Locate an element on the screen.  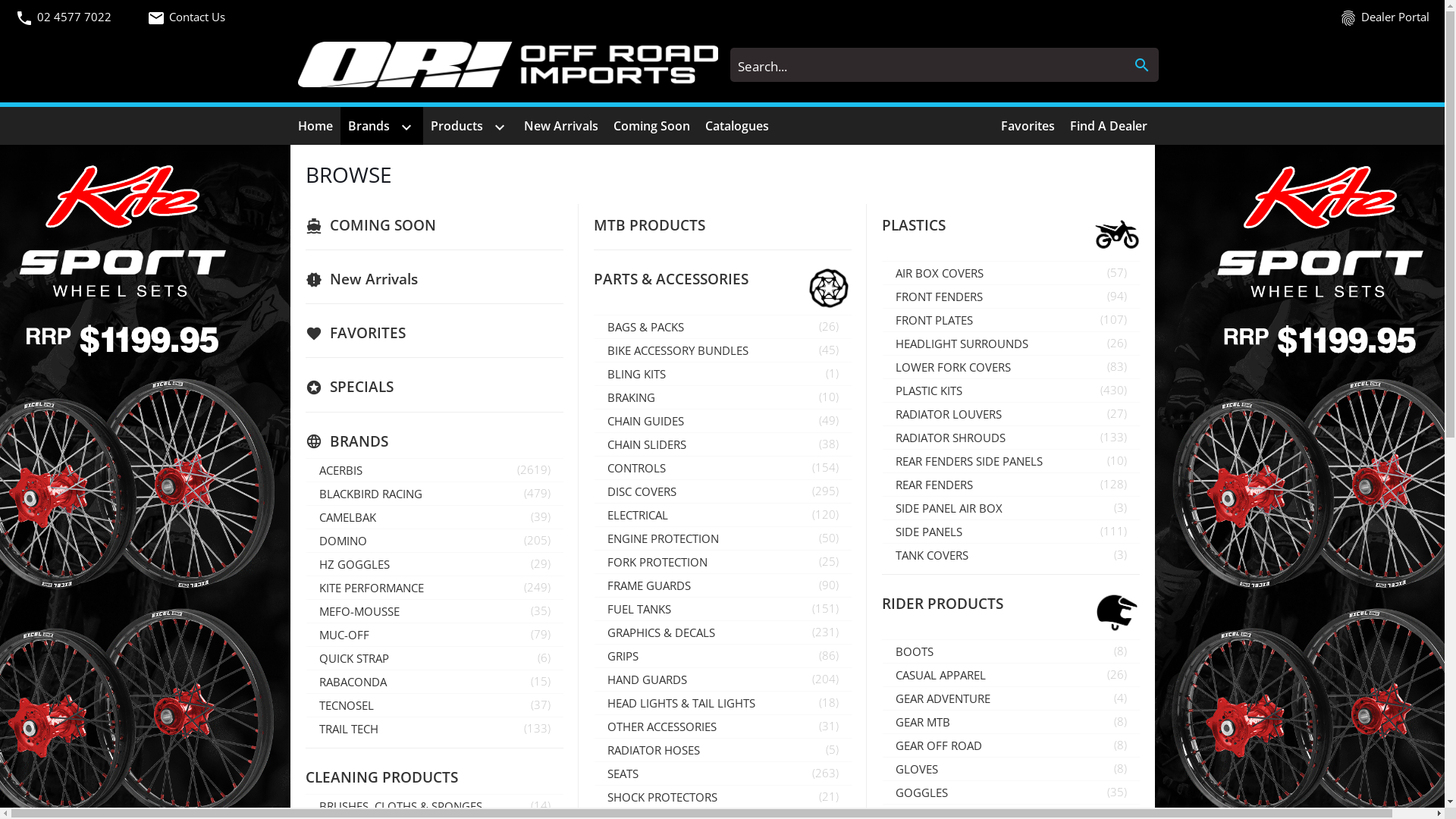
'Home' is located at coordinates (313, 124).